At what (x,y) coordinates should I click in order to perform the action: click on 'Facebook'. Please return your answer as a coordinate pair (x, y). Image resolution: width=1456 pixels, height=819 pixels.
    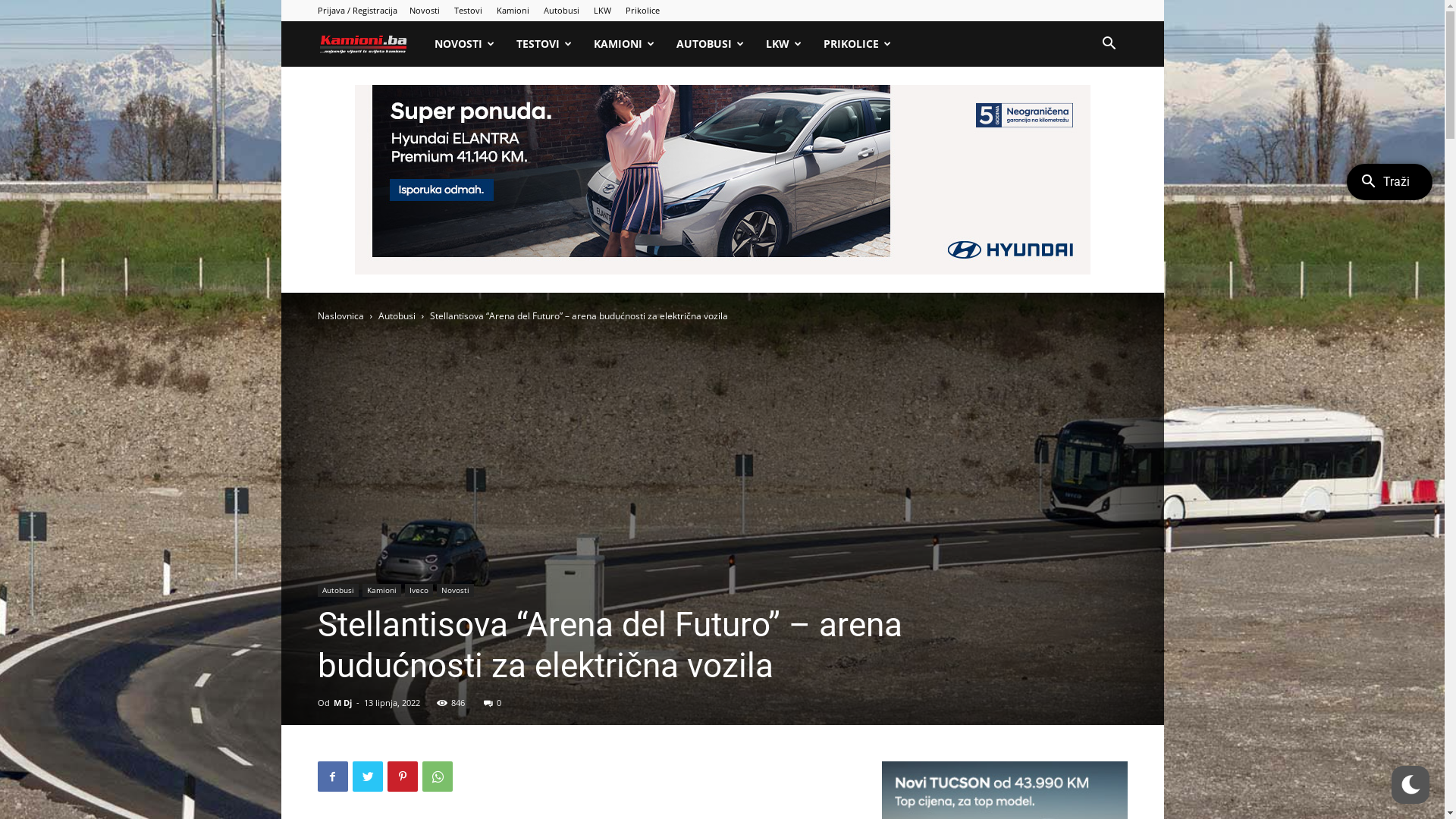
    Looking at the image, I should click on (331, 776).